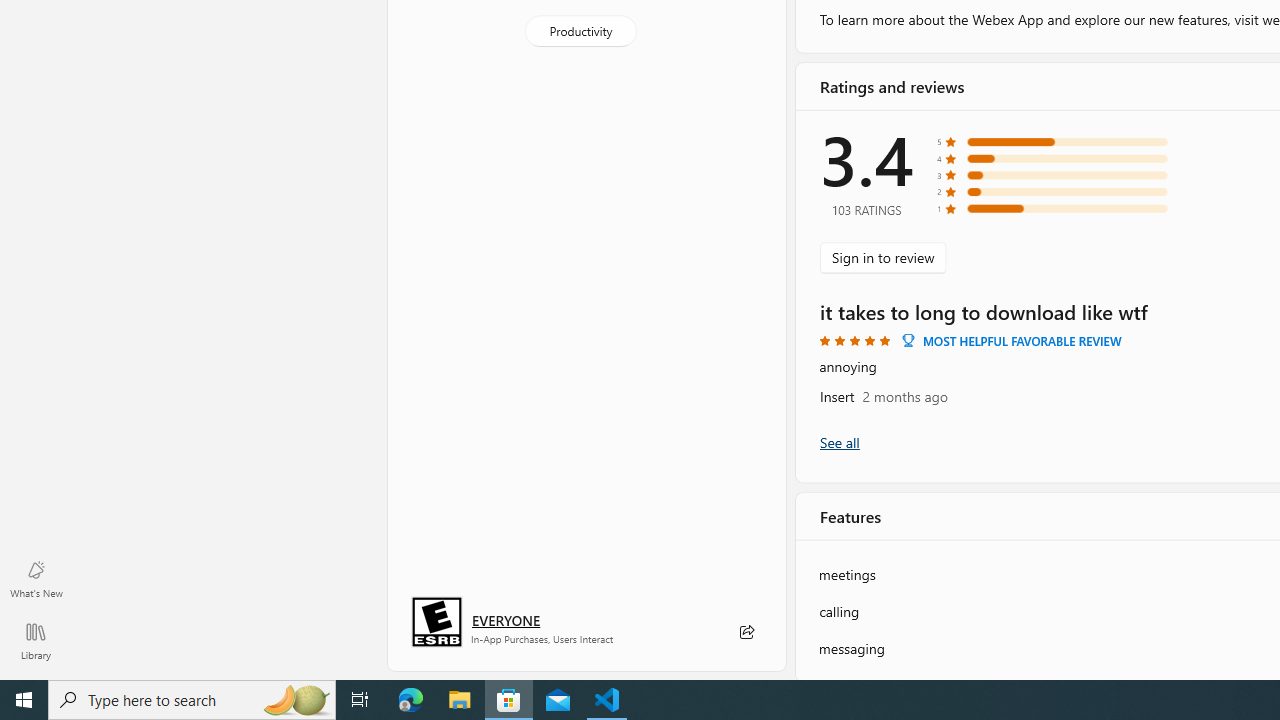  Describe the element at coordinates (882, 256) in the screenshot. I see `'Sign in to review'` at that location.